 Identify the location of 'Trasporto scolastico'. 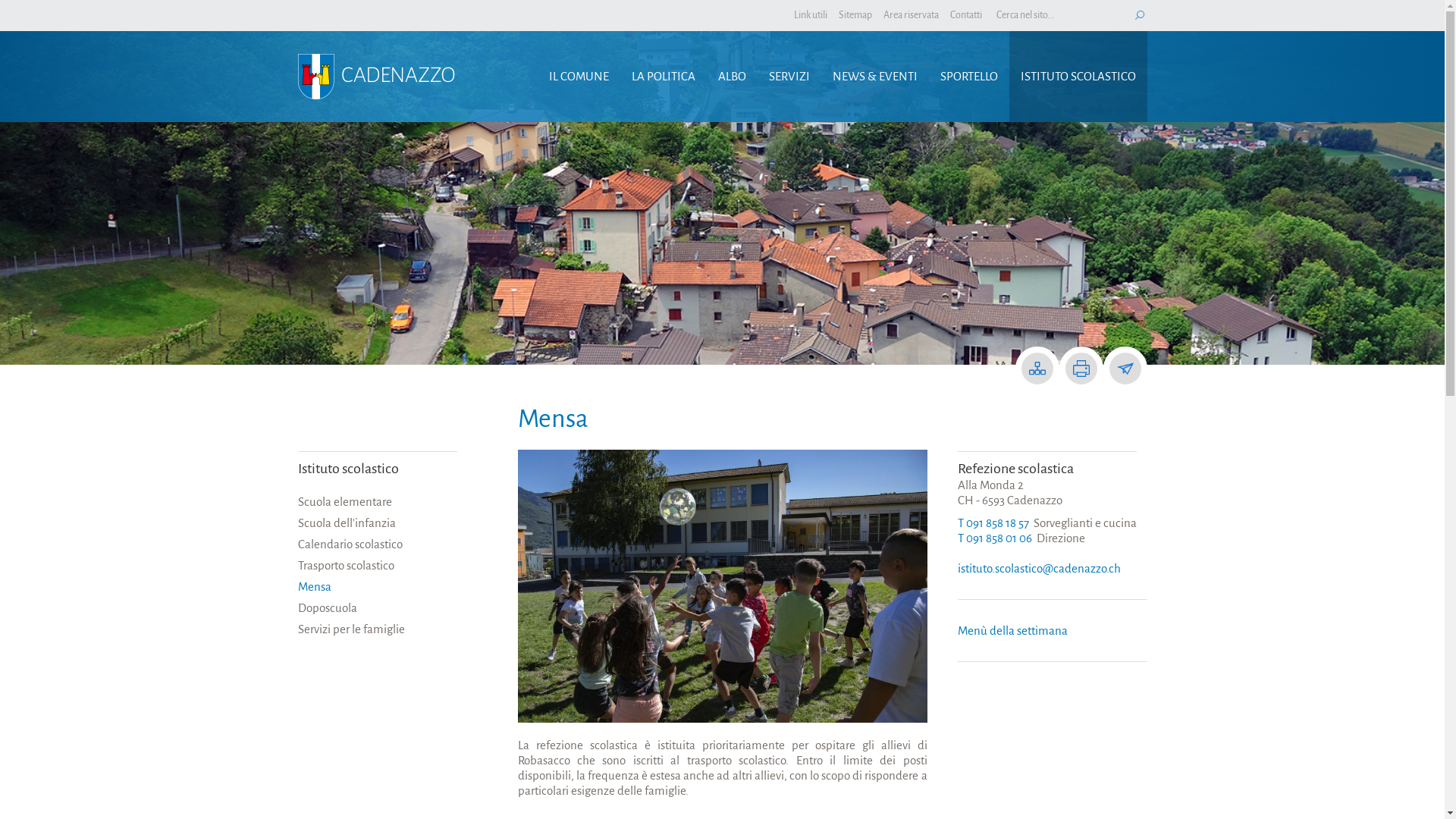
(377, 565).